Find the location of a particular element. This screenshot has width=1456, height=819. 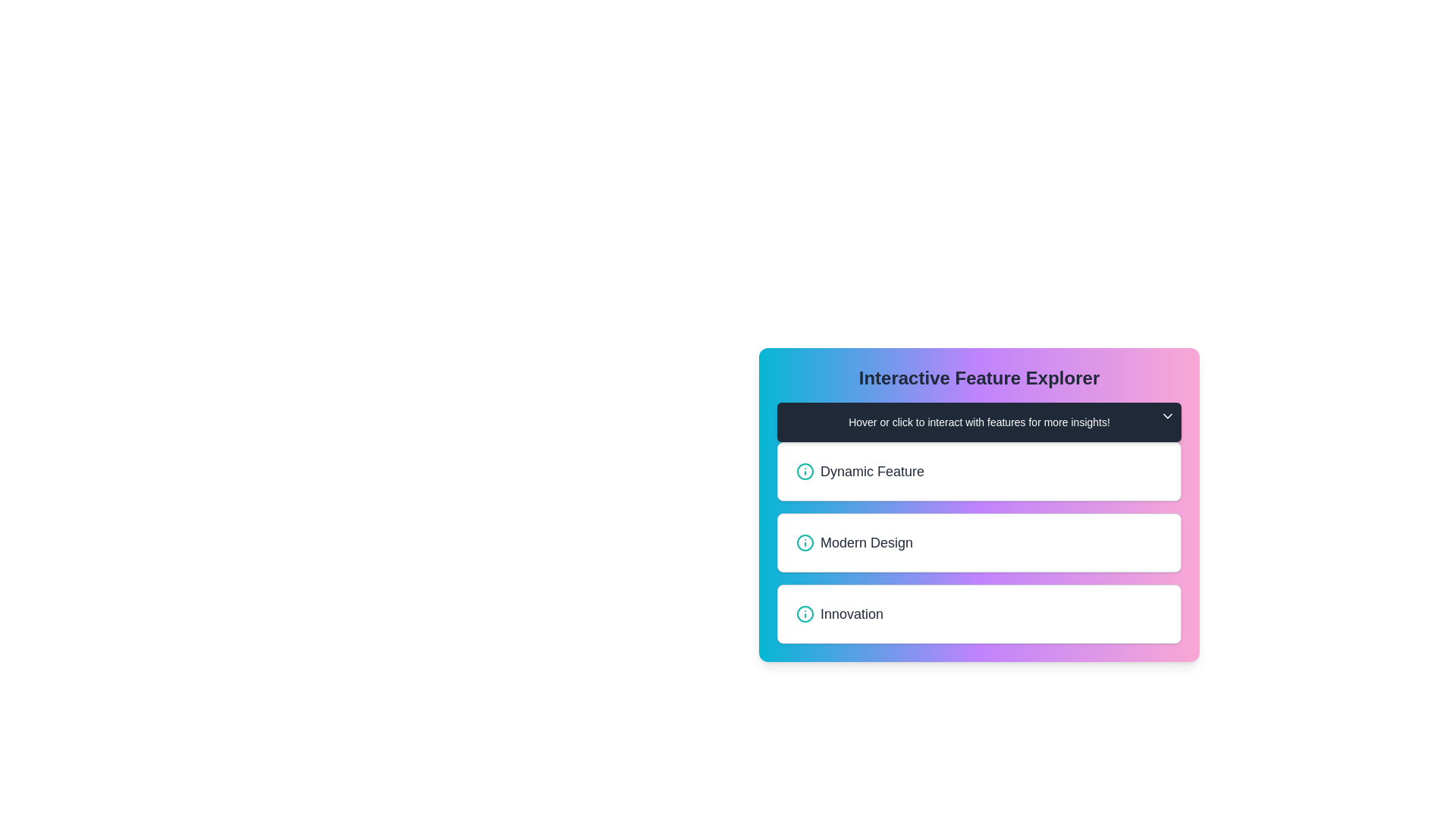

the leftmost icon in the 'Dynamic Feature' section, which serves as a visual indicator or button for interactive actions is located at coordinates (804, 470).